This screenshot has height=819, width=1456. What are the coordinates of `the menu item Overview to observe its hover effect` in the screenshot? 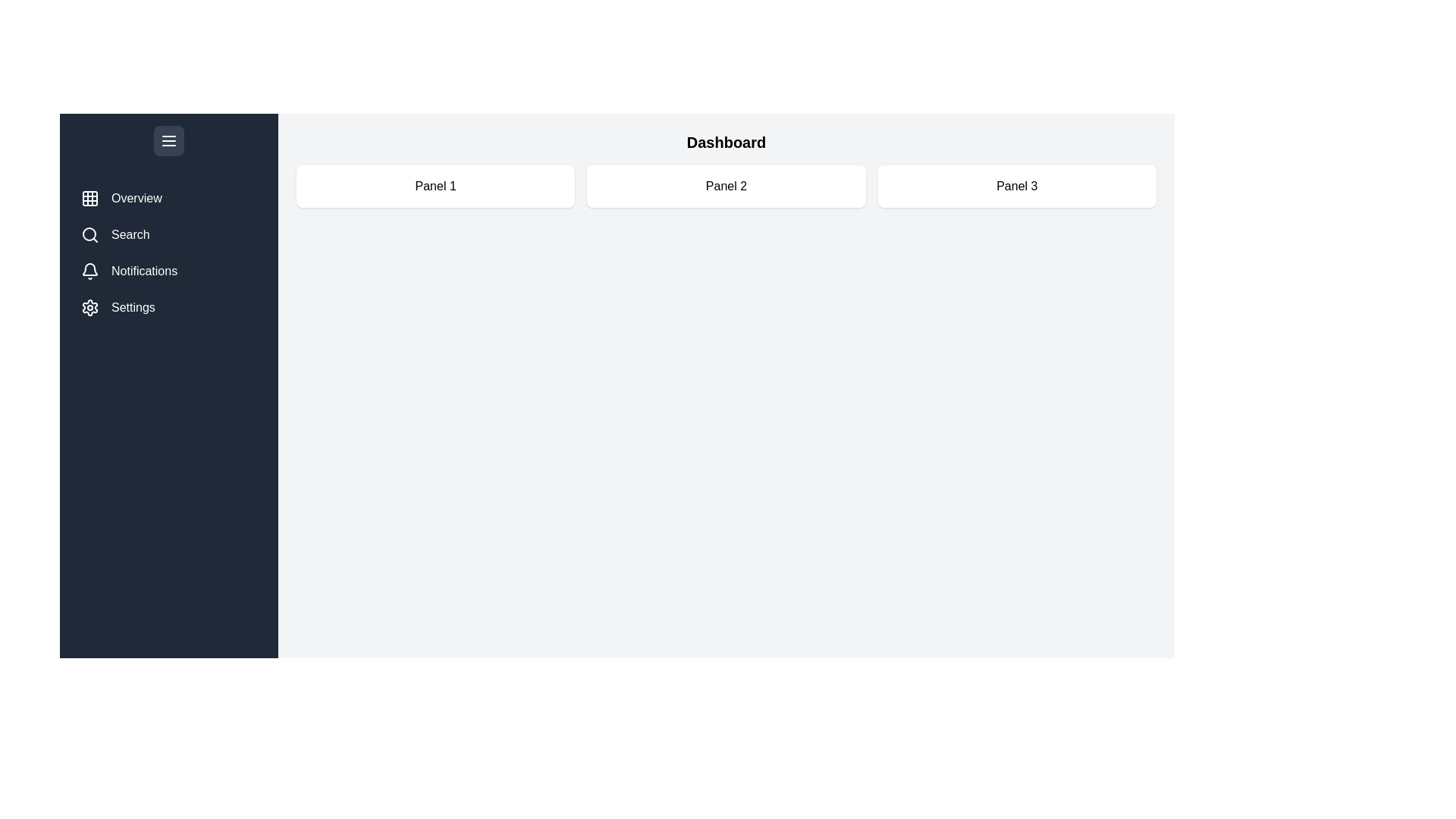 It's located at (168, 198).